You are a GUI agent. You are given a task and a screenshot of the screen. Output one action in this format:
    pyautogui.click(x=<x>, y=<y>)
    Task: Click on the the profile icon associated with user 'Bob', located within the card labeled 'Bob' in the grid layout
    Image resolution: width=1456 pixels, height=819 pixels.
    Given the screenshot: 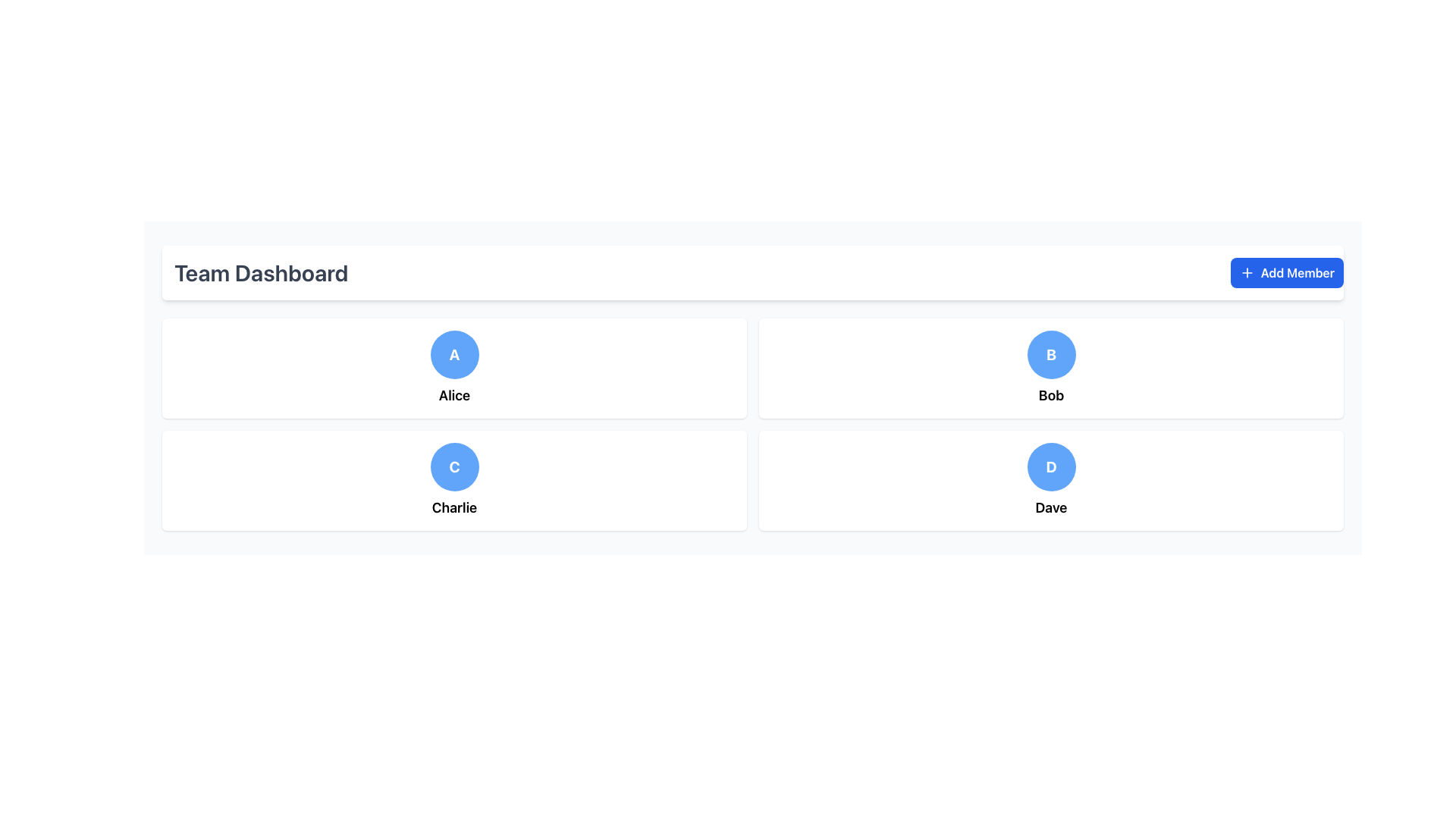 What is the action you would take?
    pyautogui.click(x=1050, y=354)
    